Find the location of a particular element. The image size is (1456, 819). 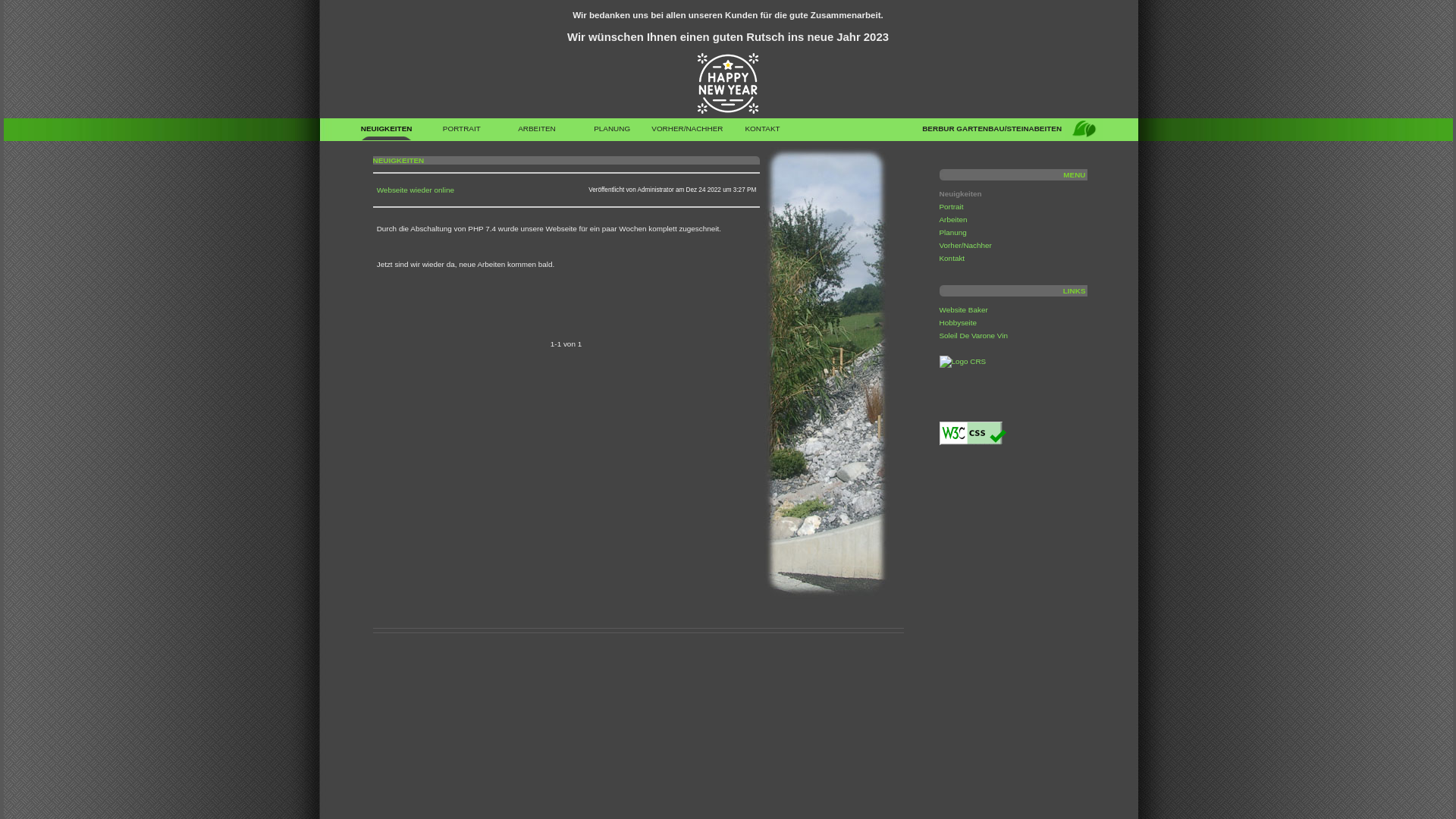

'Countryradio Switzerland' is located at coordinates (938, 361).